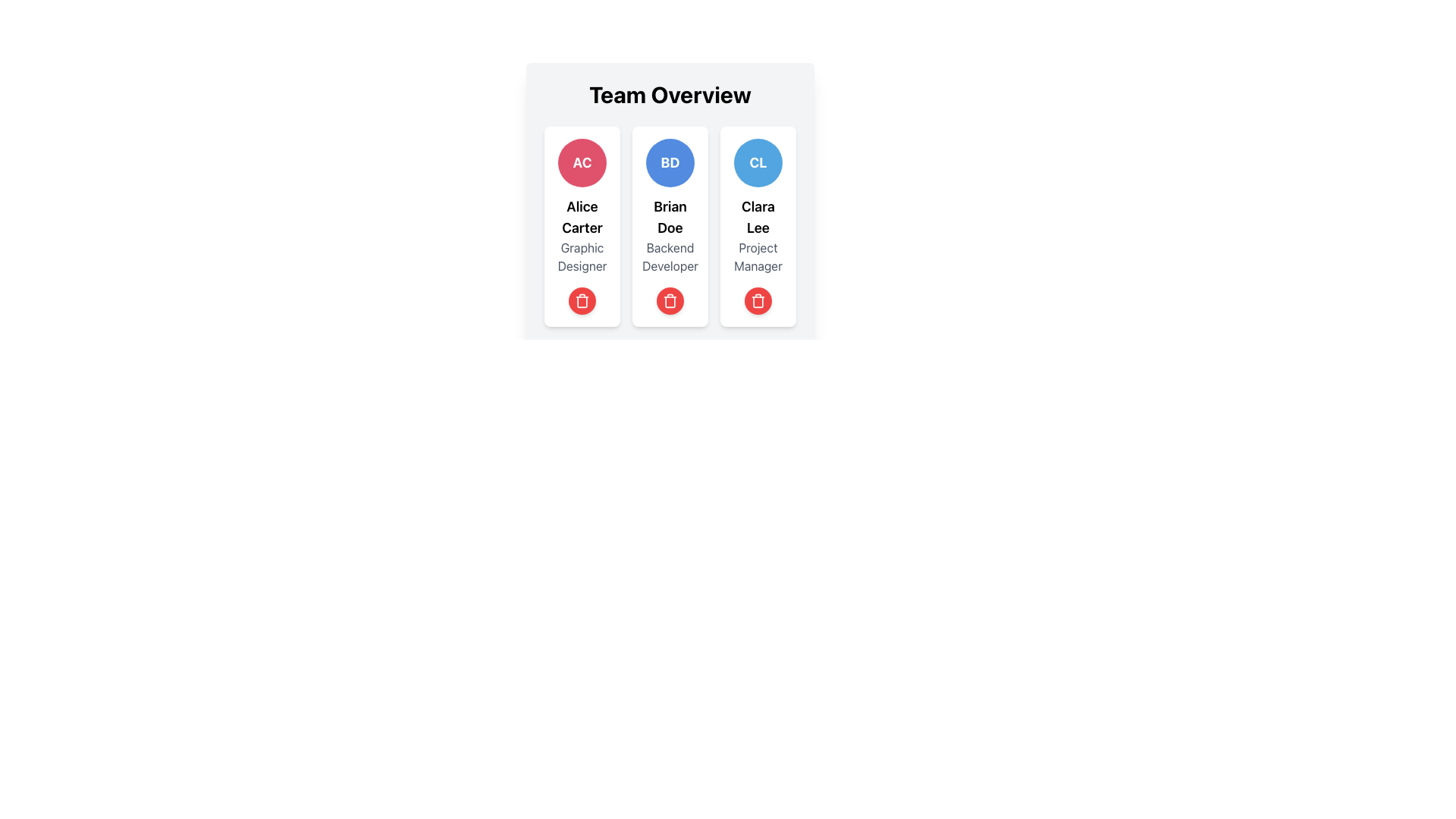 The height and width of the screenshot is (819, 1456). I want to click on the 'Graphic Designer' label, which is displayed in gray font within the card for 'Alice Carter', located in the second position of a vertical stack, so click(582, 256).